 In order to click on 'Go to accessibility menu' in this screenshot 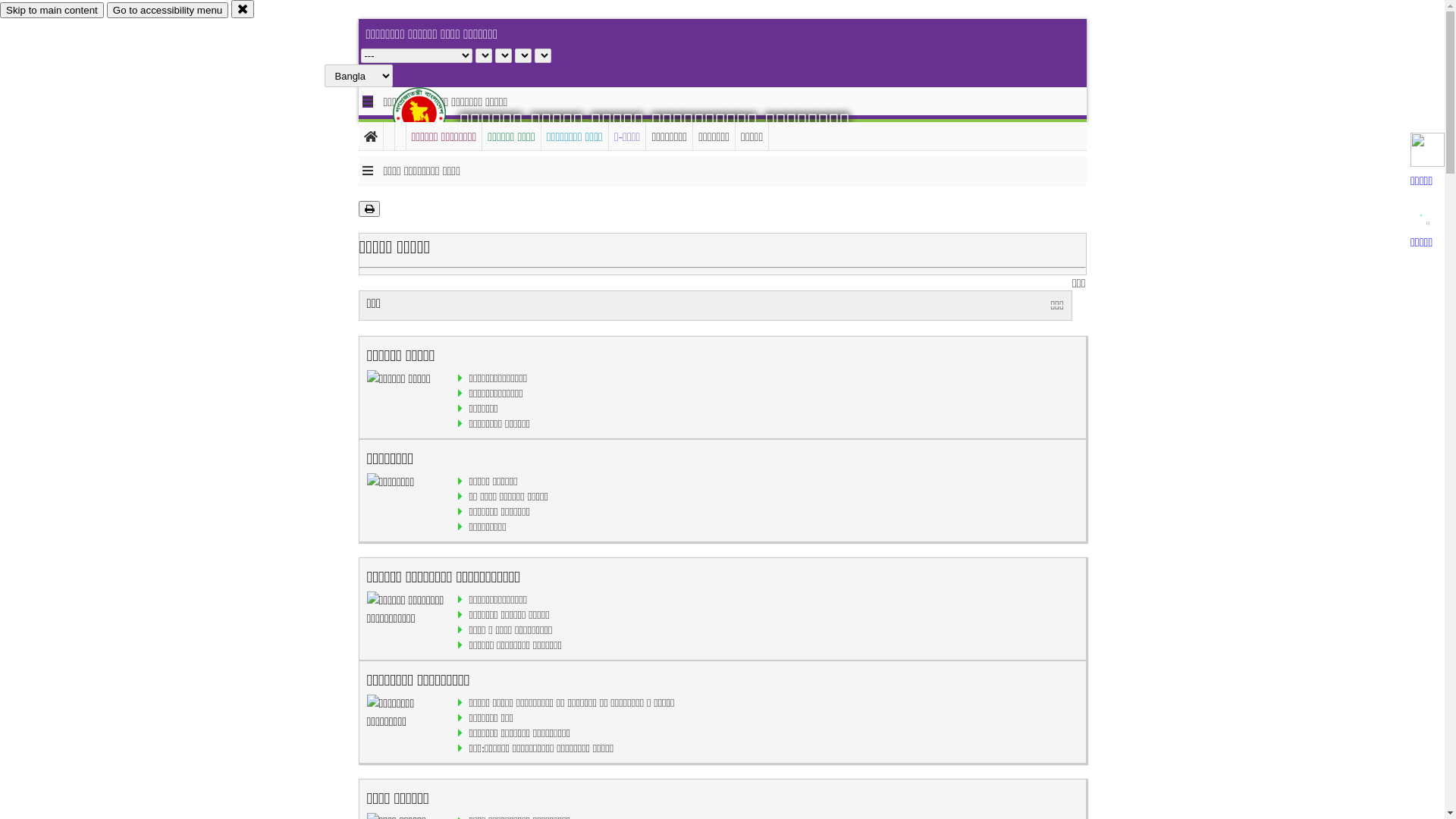, I will do `click(167, 10)`.